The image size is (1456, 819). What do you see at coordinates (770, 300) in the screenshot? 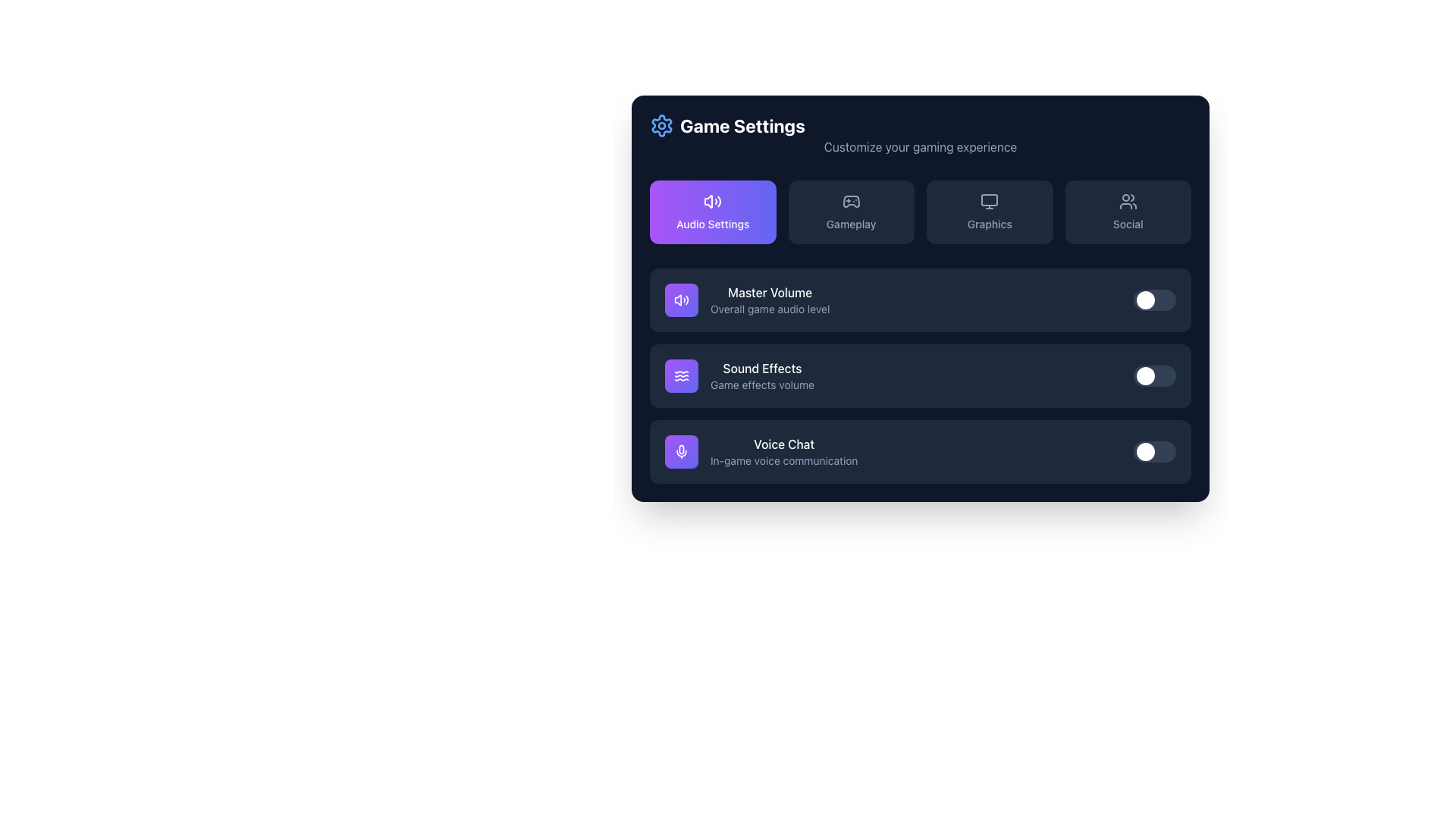
I see `the 'Master Volume' text label in the 'Audio Settings' section, which is bold and part of a list component, located to the right of a purple speaker icon` at bounding box center [770, 300].